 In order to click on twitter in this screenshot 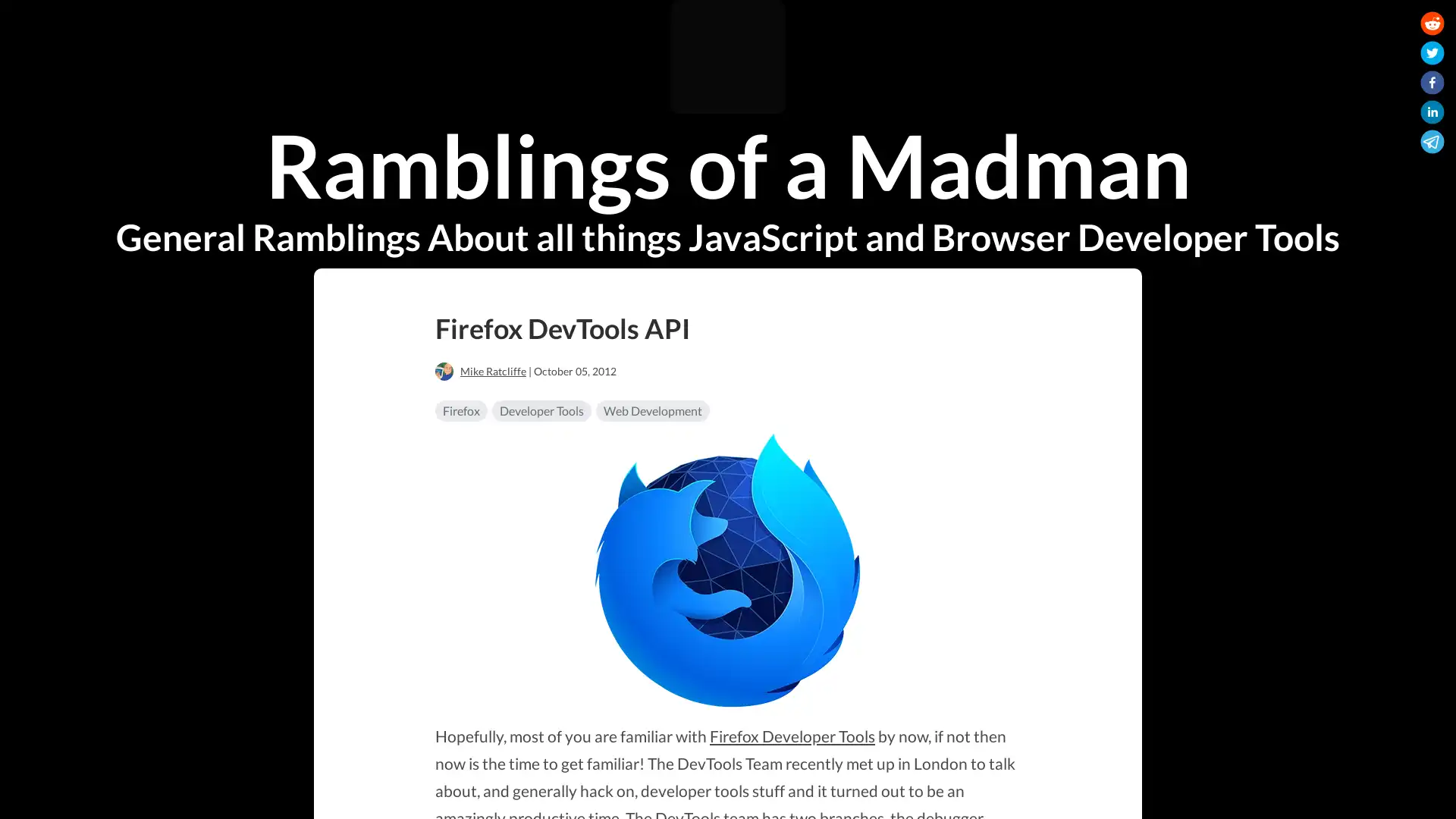, I will do `click(1432, 55)`.